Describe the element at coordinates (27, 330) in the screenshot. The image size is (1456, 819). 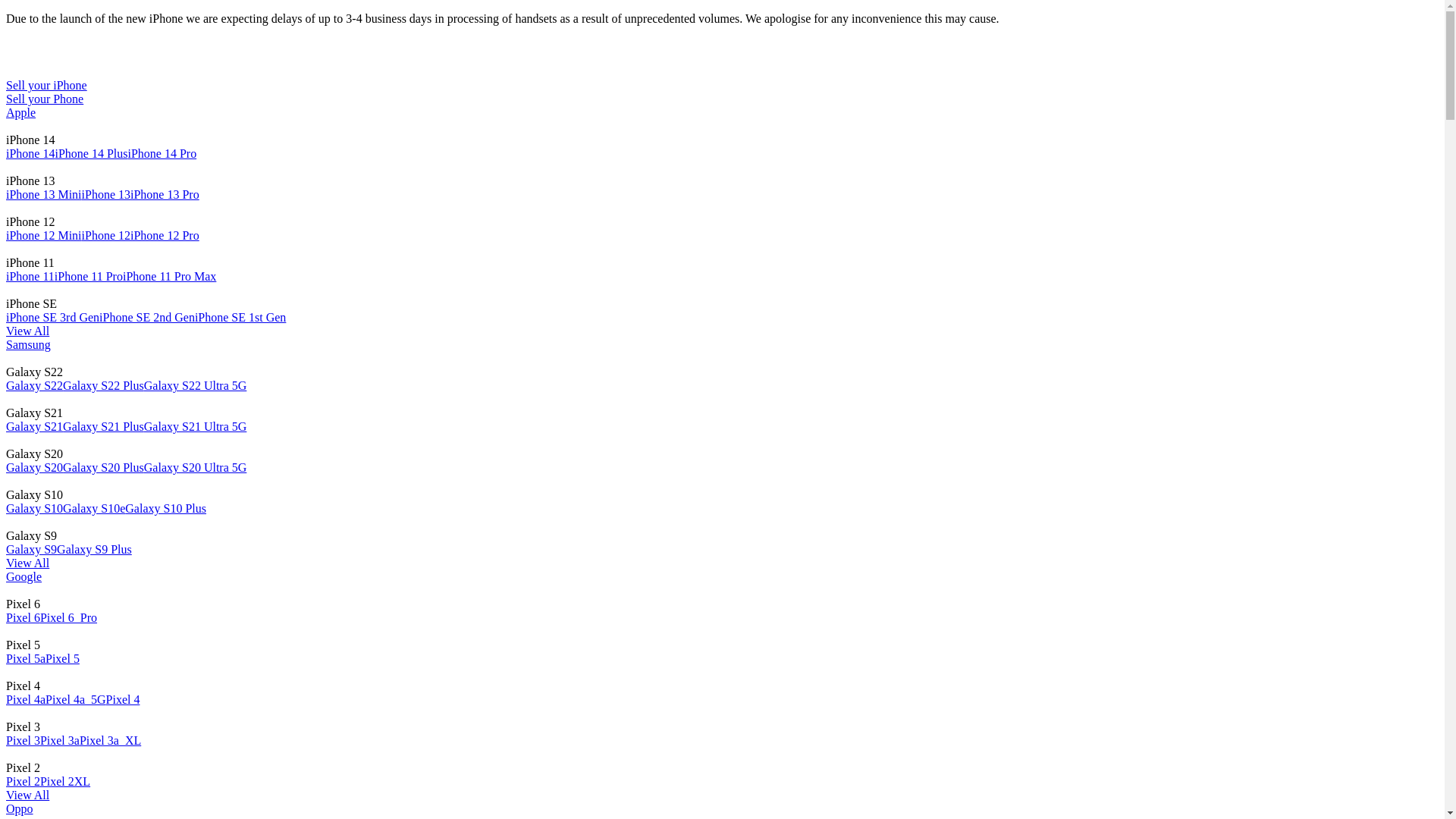
I see `'View All'` at that location.